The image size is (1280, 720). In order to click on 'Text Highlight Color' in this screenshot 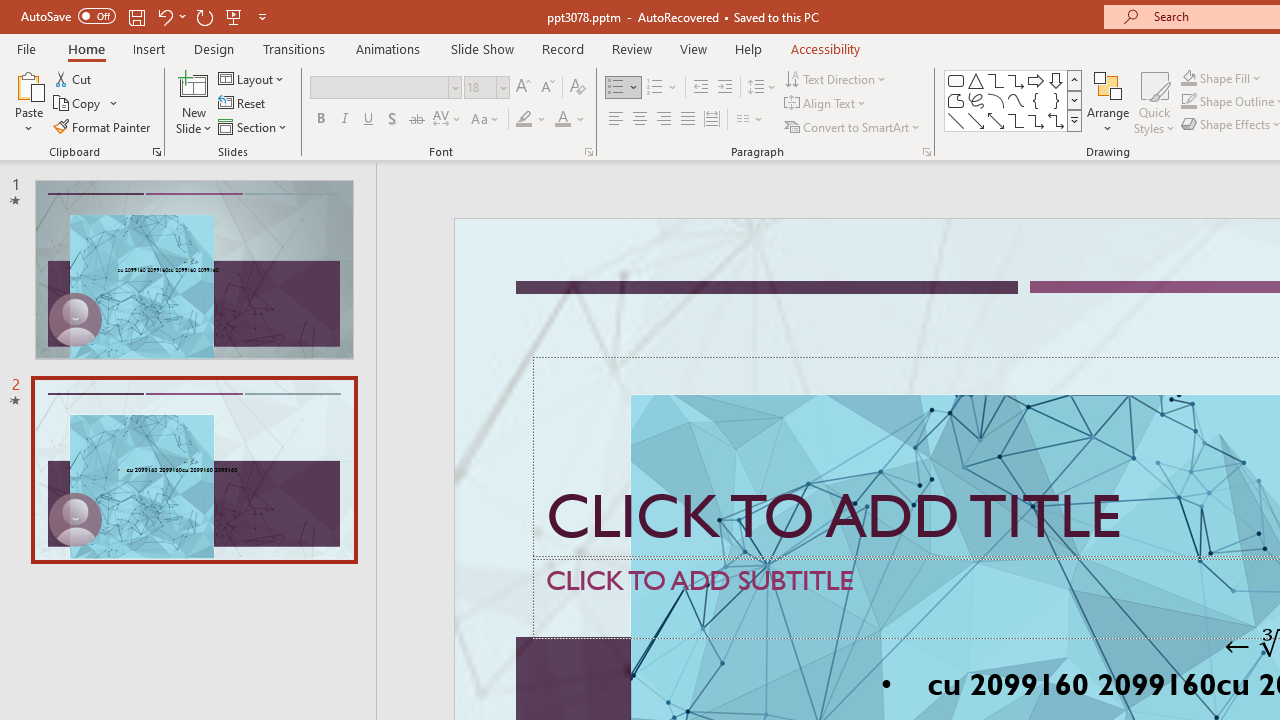, I will do `click(531, 119)`.